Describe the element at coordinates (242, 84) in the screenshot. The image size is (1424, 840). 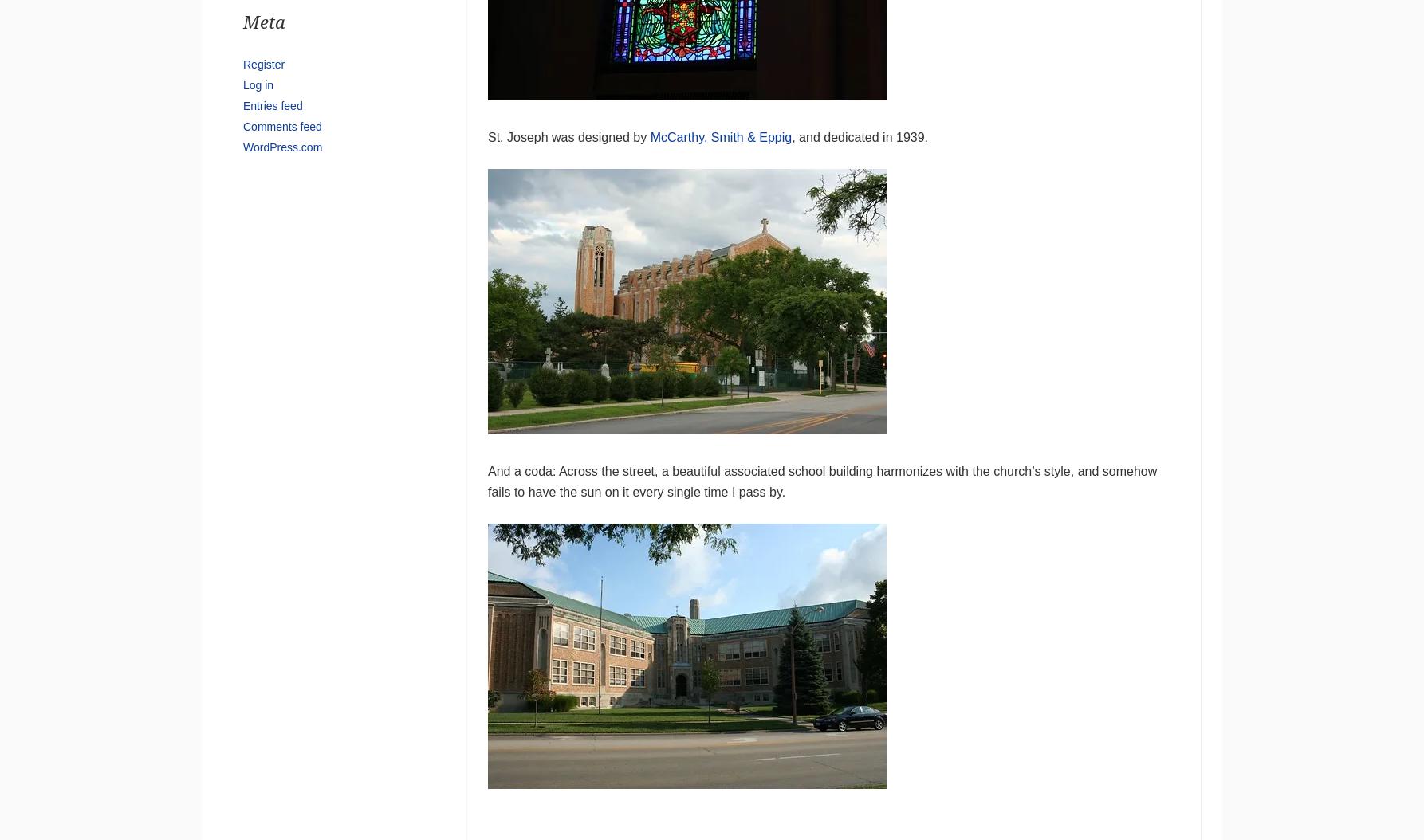
I see `'Log in'` at that location.